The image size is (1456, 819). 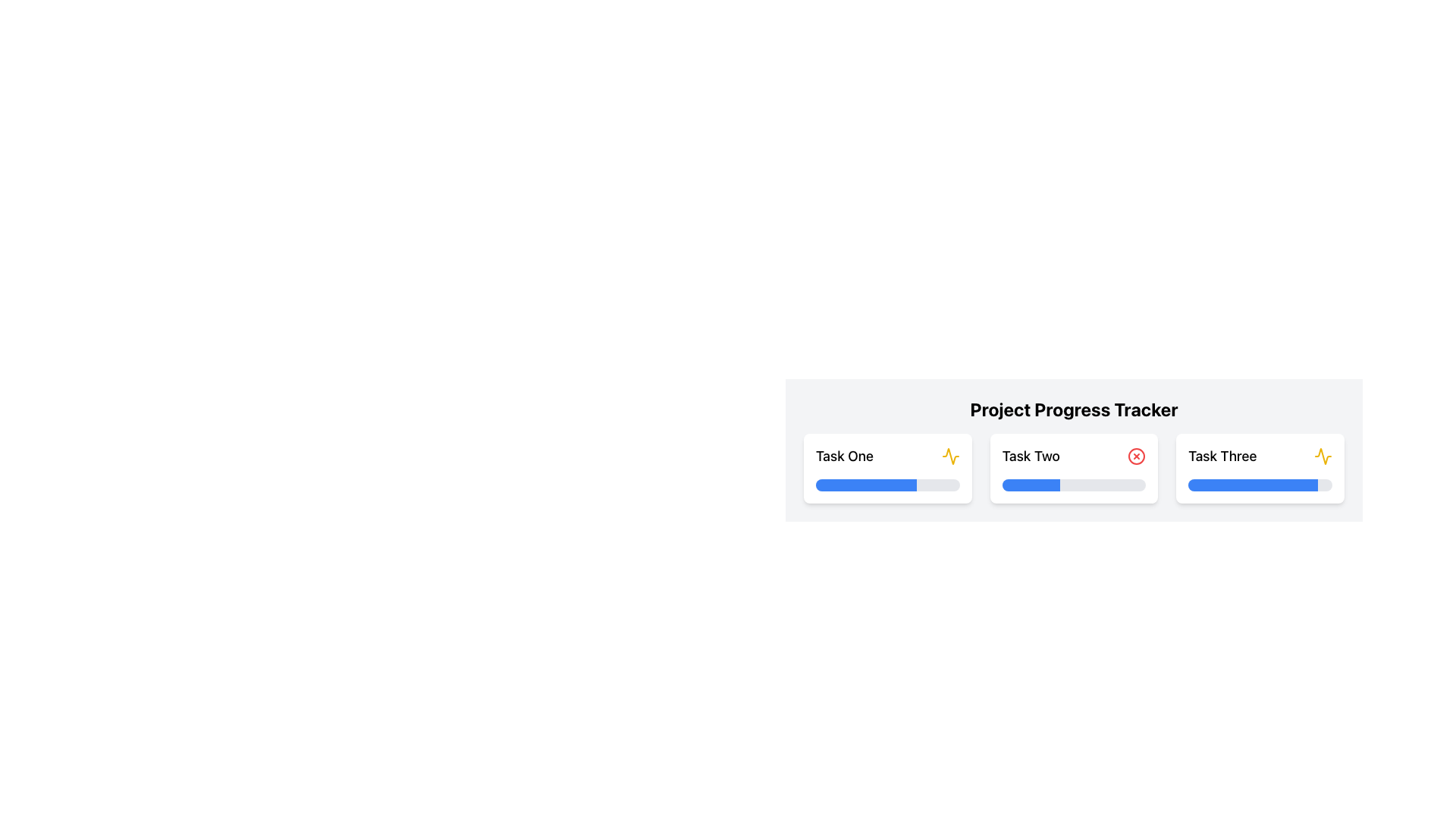 What do you see at coordinates (1073, 450) in the screenshot?
I see `the Card representing 'Task Two' in the Project Progress Tracker` at bounding box center [1073, 450].